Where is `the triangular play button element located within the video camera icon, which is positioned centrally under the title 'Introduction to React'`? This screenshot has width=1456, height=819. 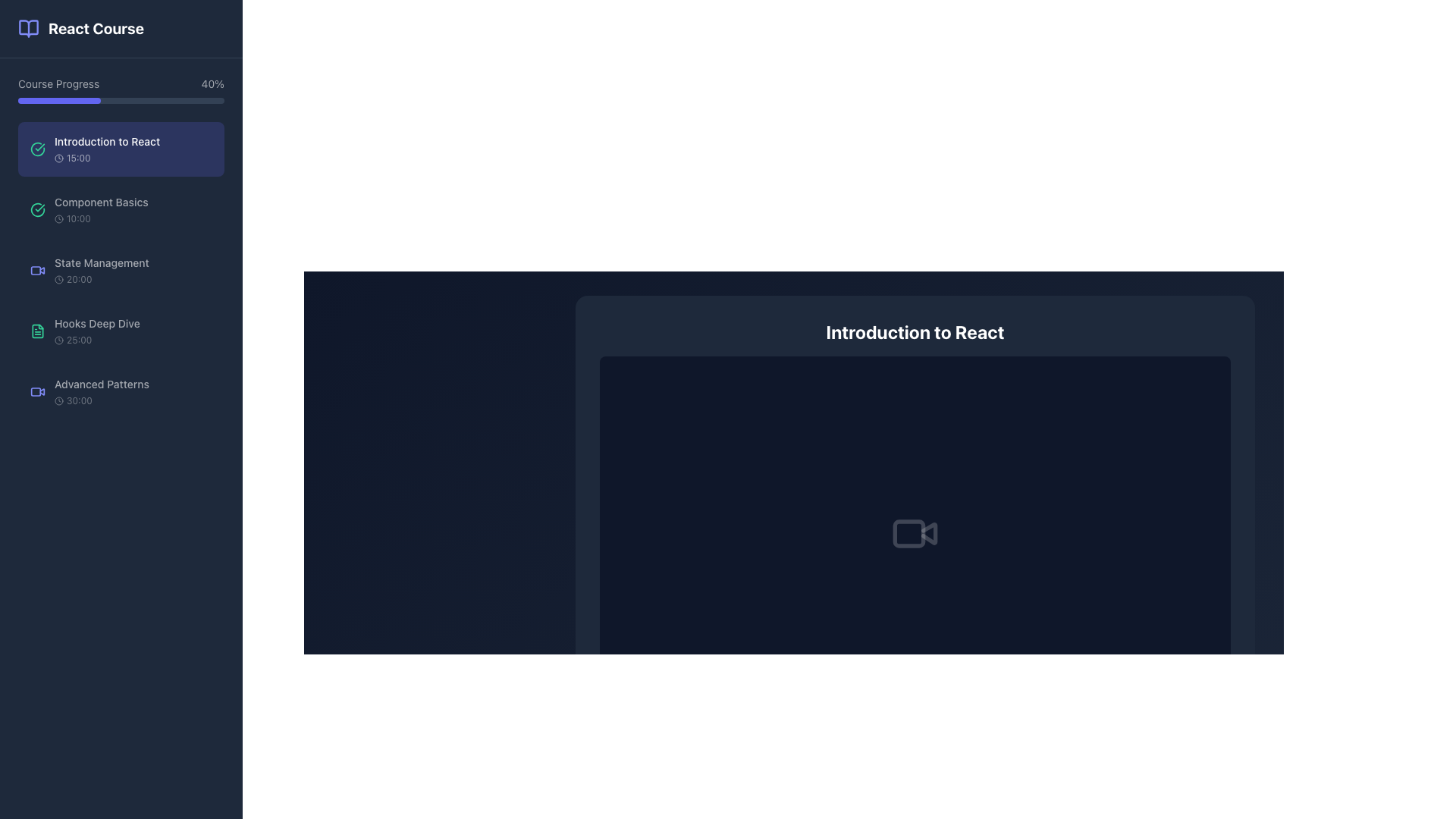
the triangular play button element located within the video camera icon, which is positioned centrally under the title 'Introduction to React' is located at coordinates (928, 532).